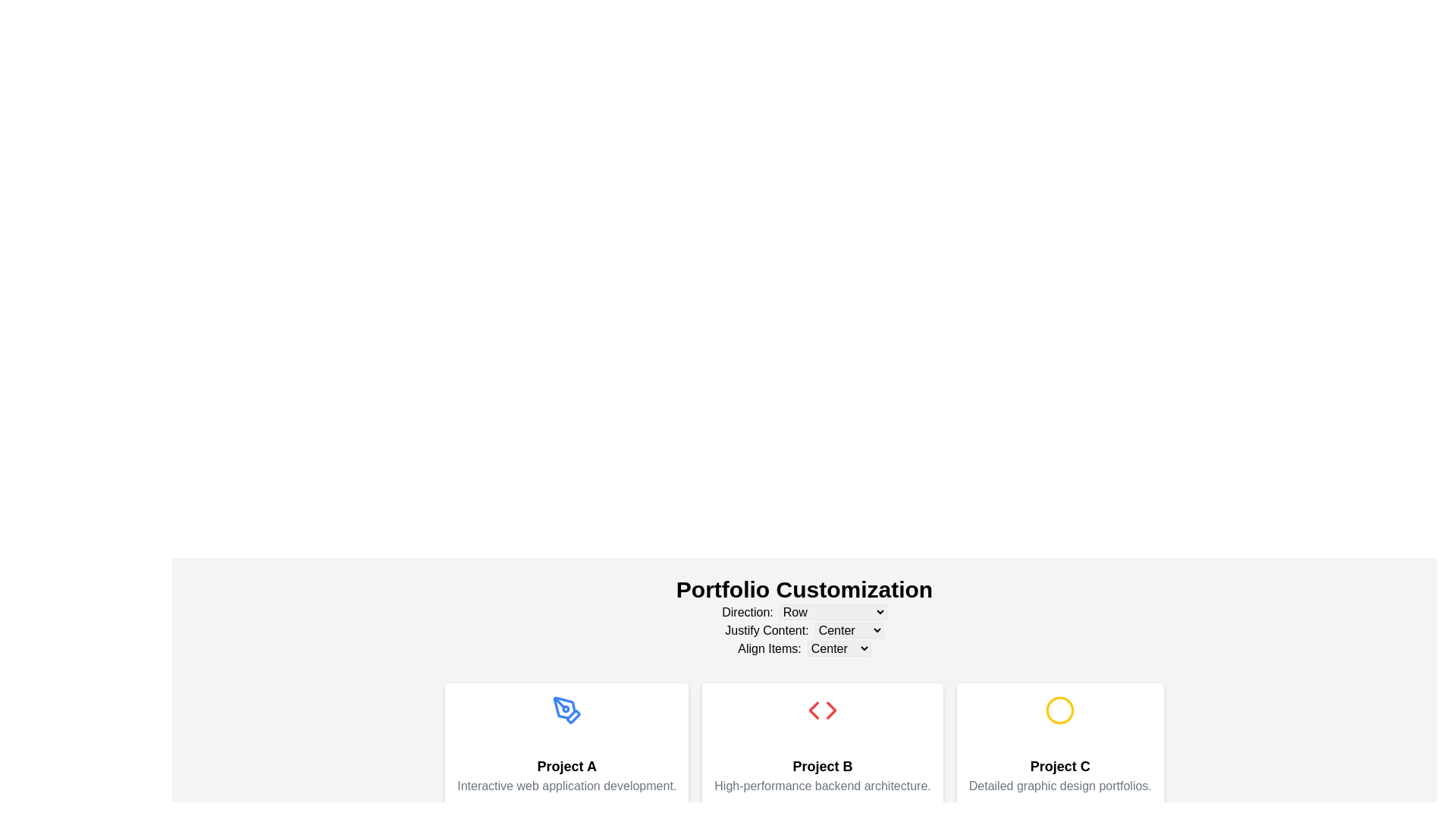  What do you see at coordinates (803, 631) in the screenshot?
I see `an option from the dropdown menu labeled for justification style, located beneath the 'Portfolio Customization' heading and above the 'Align Items: Center' row` at bounding box center [803, 631].